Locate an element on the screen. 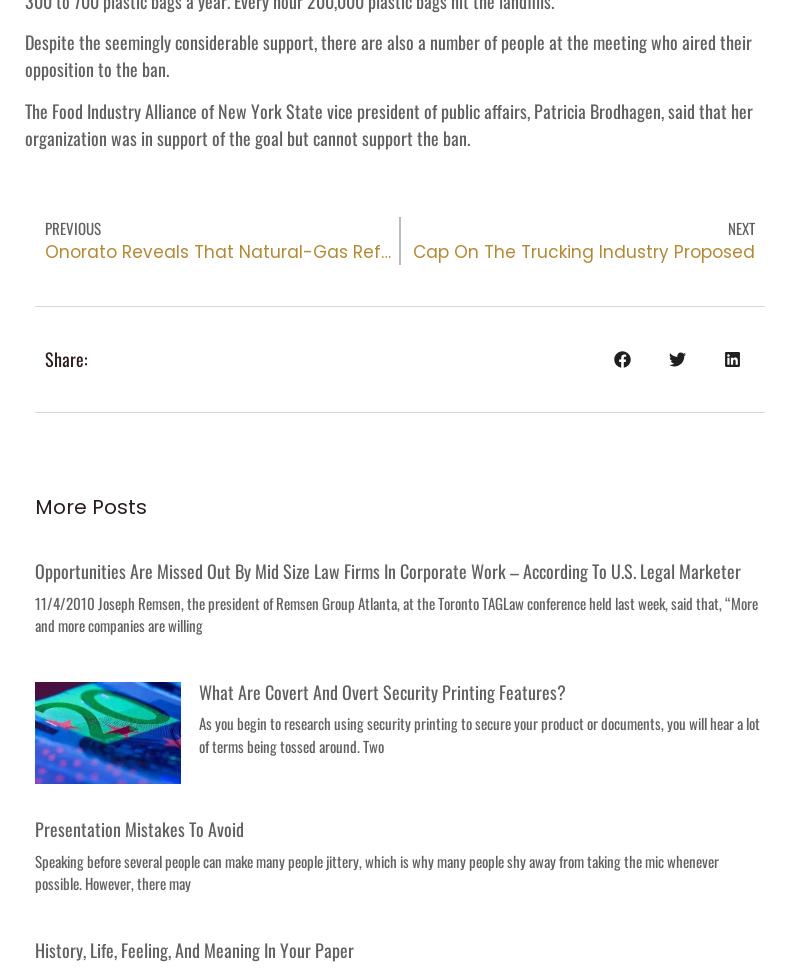 The height and width of the screenshot is (970, 800). 'The Food Industry Alliance of New York State vice president of public affairs, Patricia Brodhagen, said that her organization was in support of the goal but cannot support the ban.' is located at coordinates (388, 123).